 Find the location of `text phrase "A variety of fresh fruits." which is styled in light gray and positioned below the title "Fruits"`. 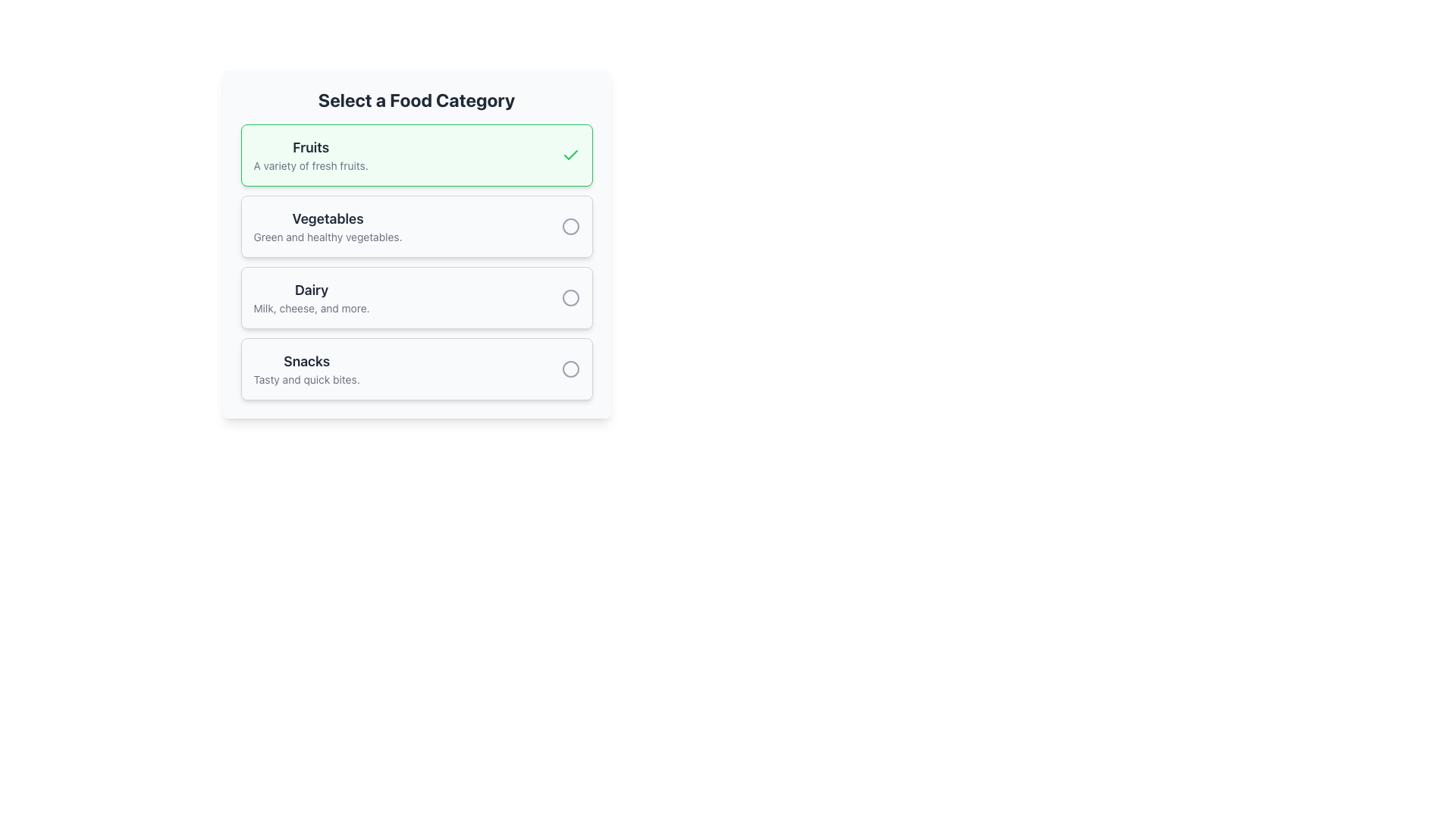

text phrase "A variety of fresh fruits." which is styled in light gray and positioned below the title "Fruits" is located at coordinates (310, 166).